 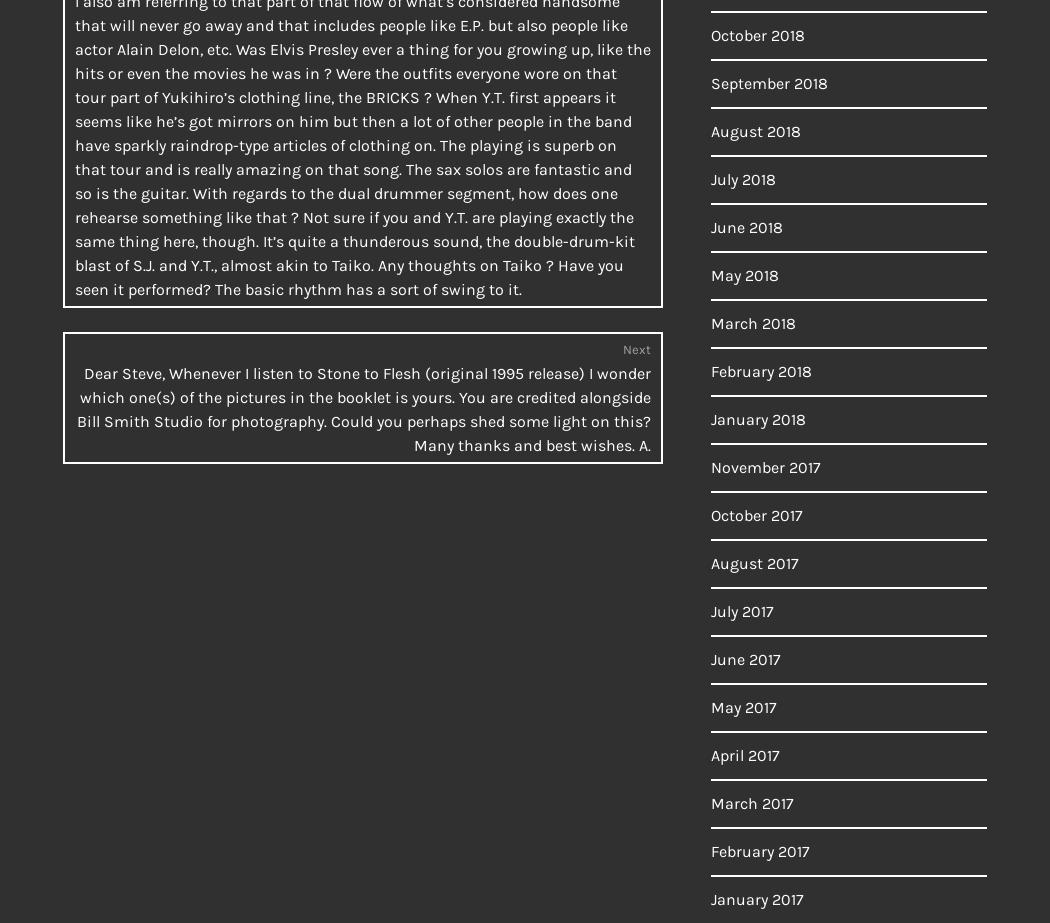 What do you see at coordinates (753, 323) in the screenshot?
I see `'March 2018'` at bounding box center [753, 323].